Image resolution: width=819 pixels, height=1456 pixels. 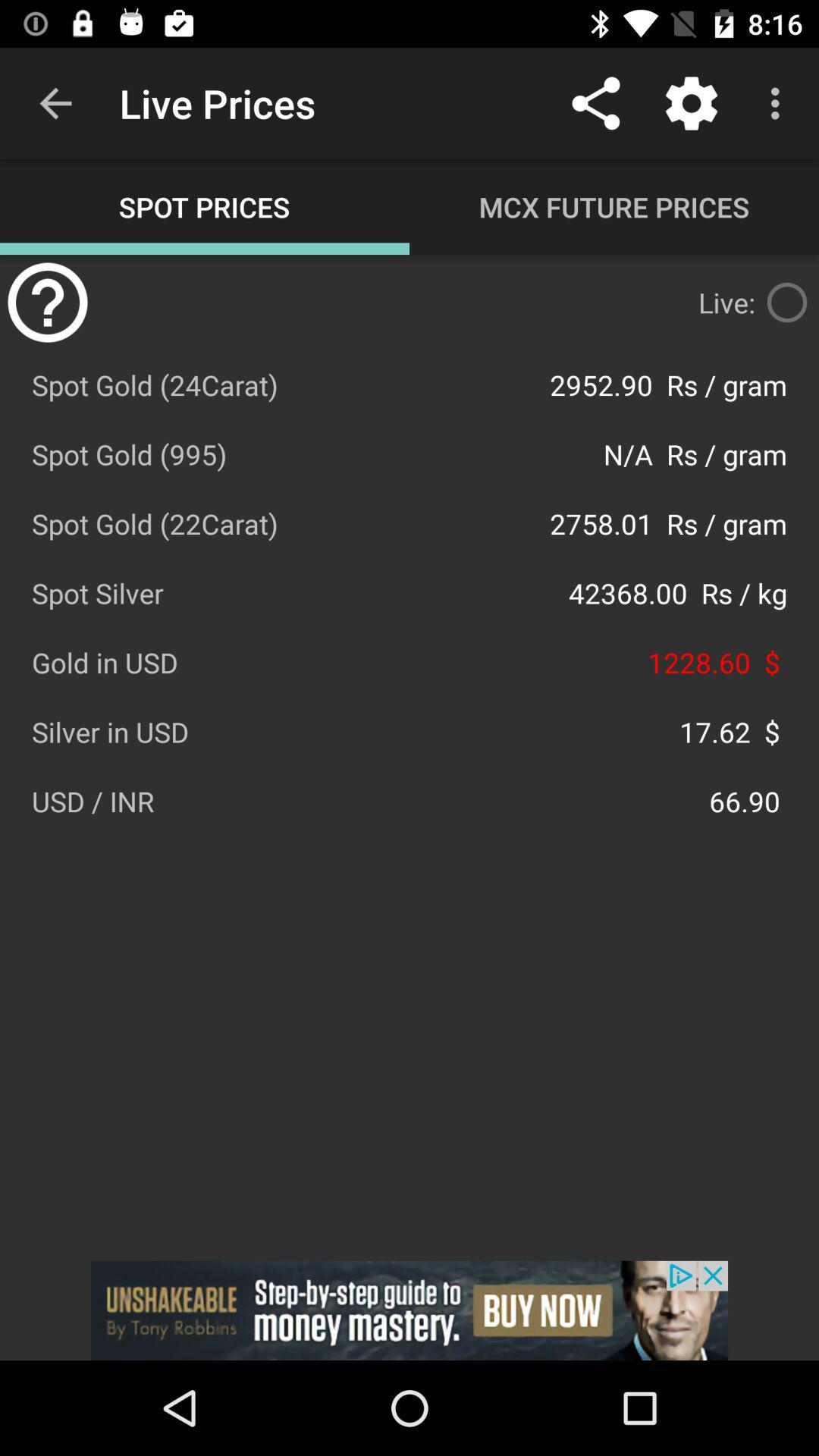 What do you see at coordinates (409, 1310) in the screenshot?
I see `advertisement bar` at bounding box center [409, 1310].